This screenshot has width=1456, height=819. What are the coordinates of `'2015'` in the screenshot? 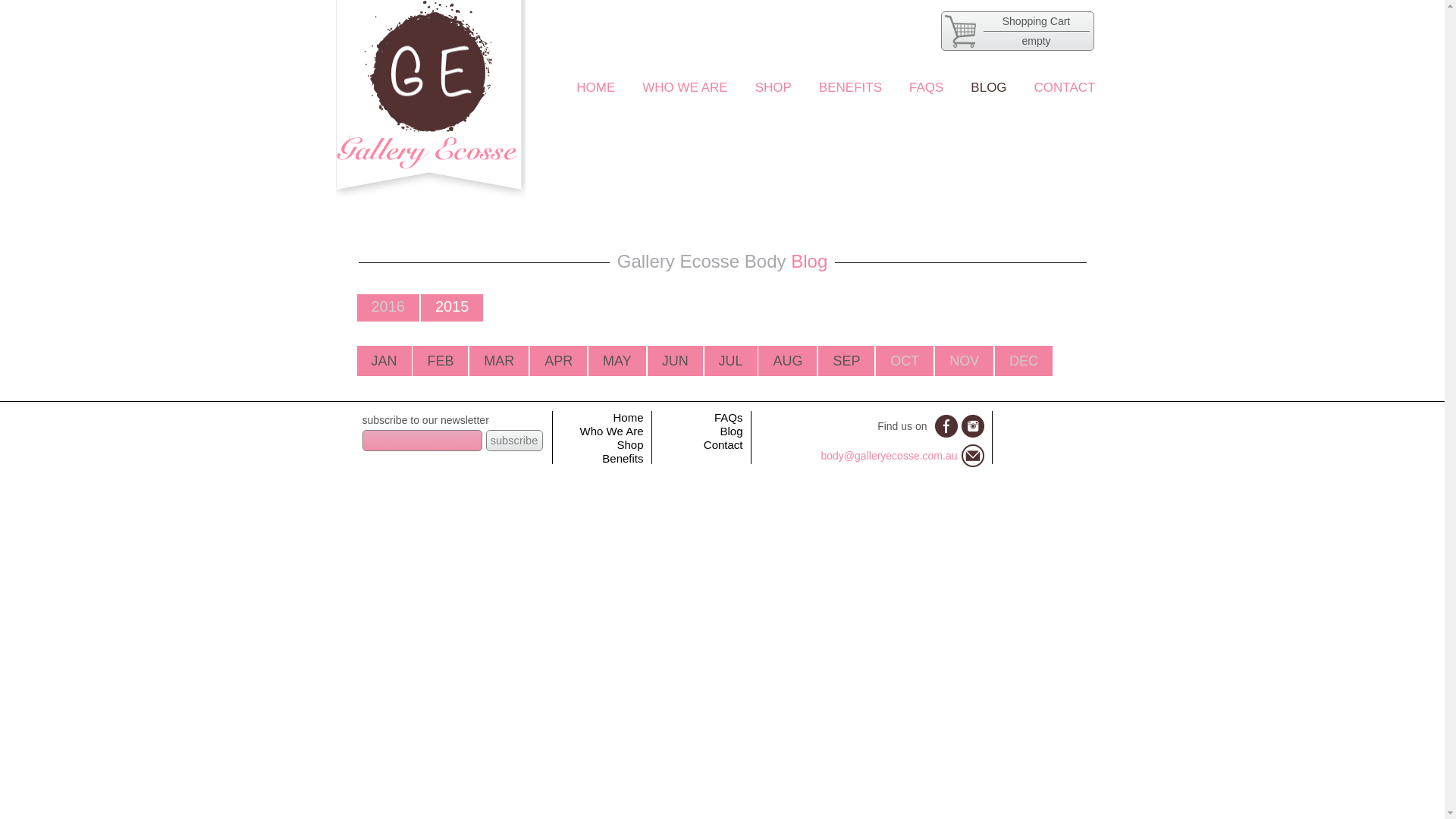 It's located at (451, 306).